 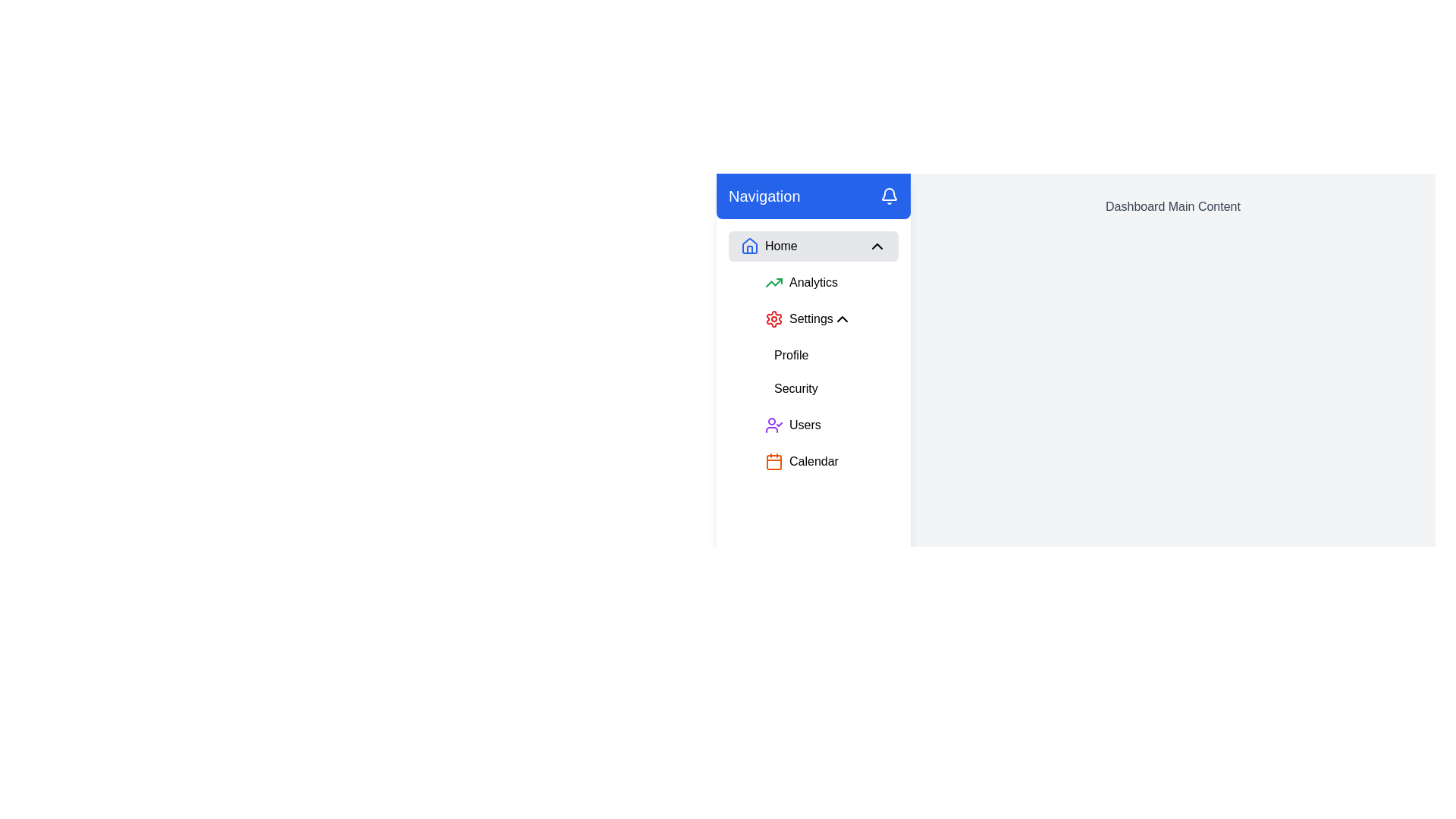 What do you see at coordinates (792, 425) in the screenshot?
I see `the fifth interactive button in the vertical navigation menu, located under the 'Security' item and above the 'Calendar' item` at bounding box center [792, 425].